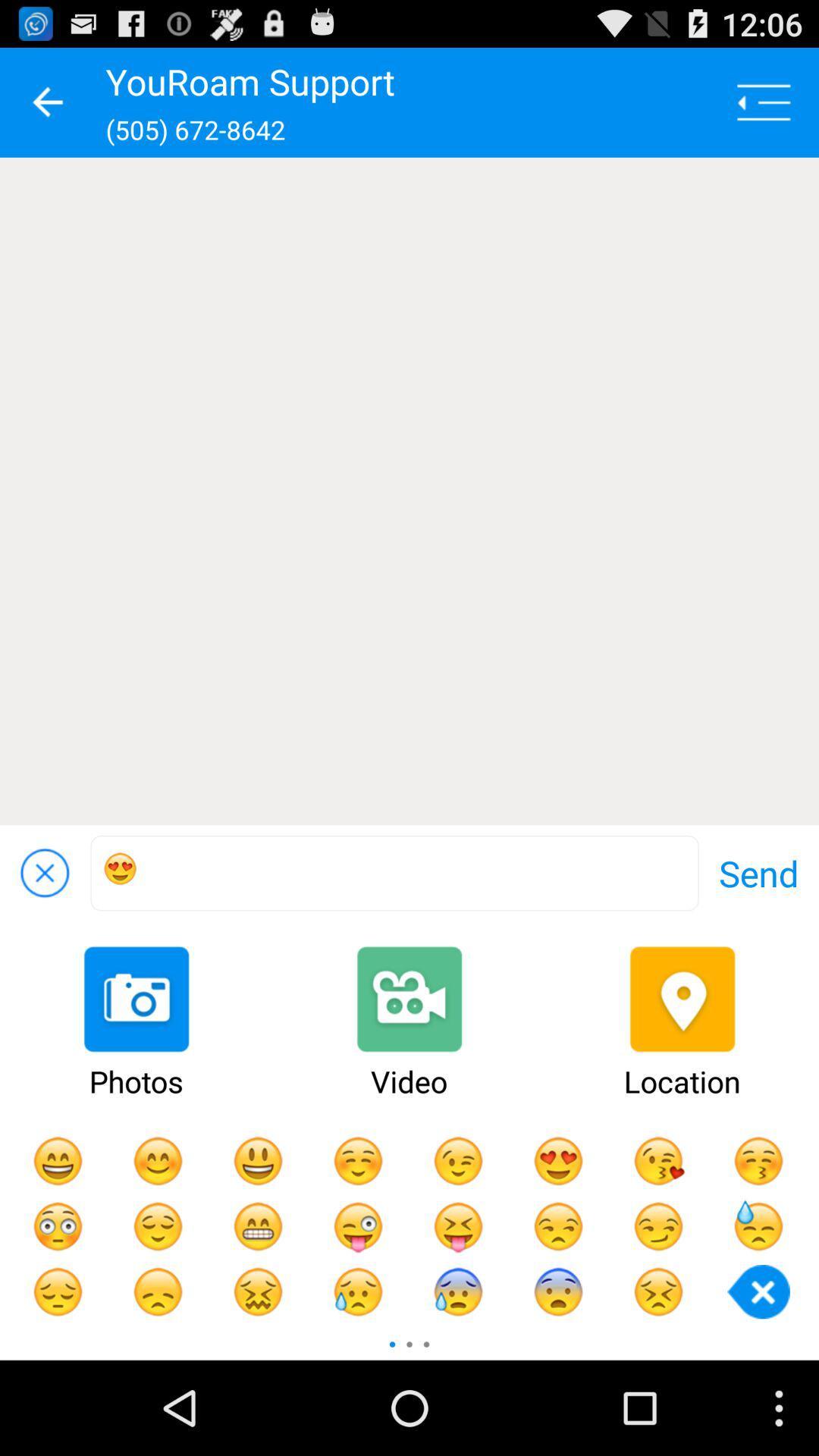  What do you see at coordinates (394, 873) in the screenshot?
I see `e106 icon` at bounding box center [394, 873].